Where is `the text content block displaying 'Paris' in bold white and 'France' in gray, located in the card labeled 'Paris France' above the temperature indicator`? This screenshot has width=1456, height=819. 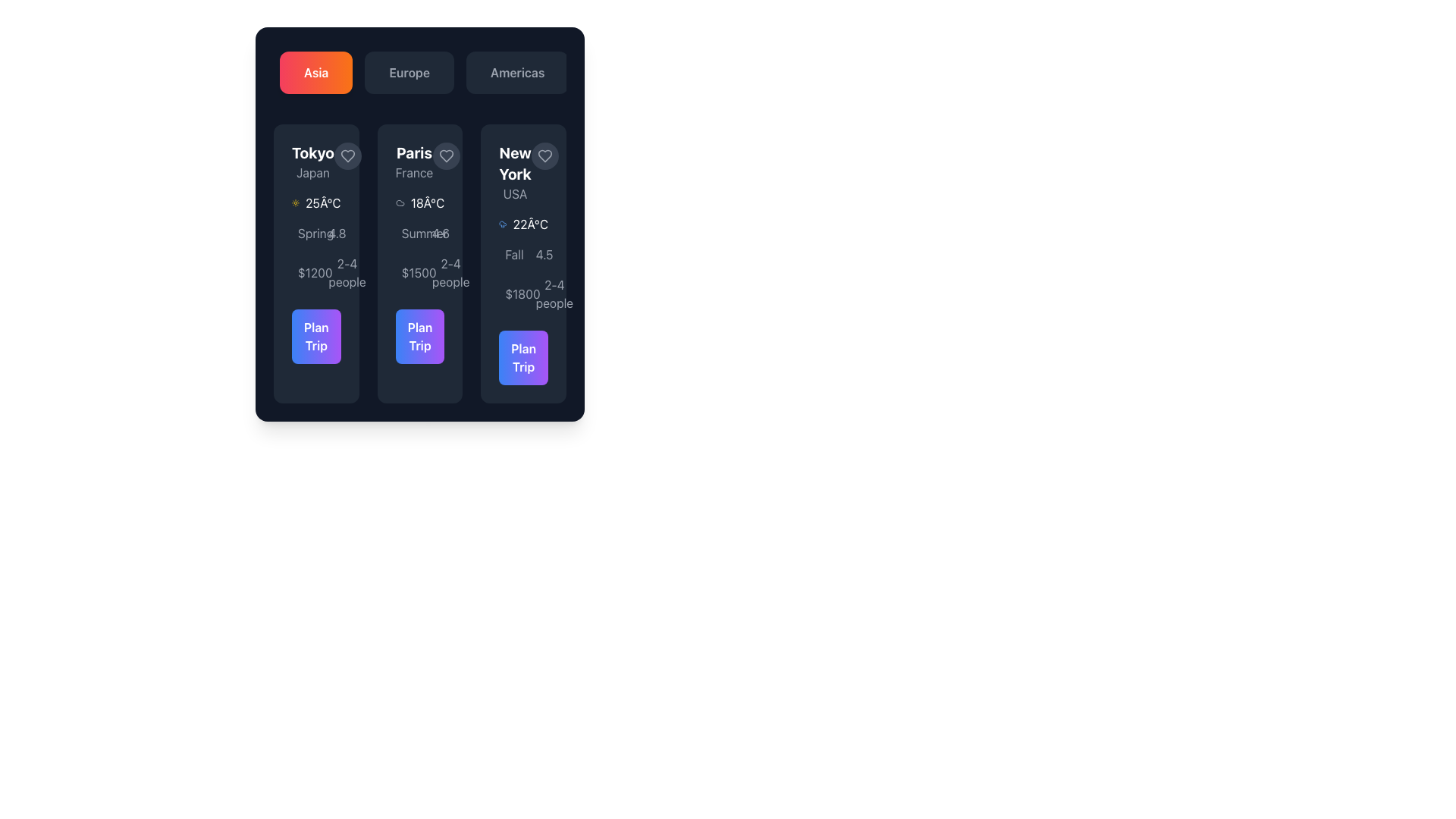
the text content block displaying 'Paris' in bold white and 'France' in gray, located in the card labeled 'Paris France' above the temperature indicator is located at coordinates (419, 162).